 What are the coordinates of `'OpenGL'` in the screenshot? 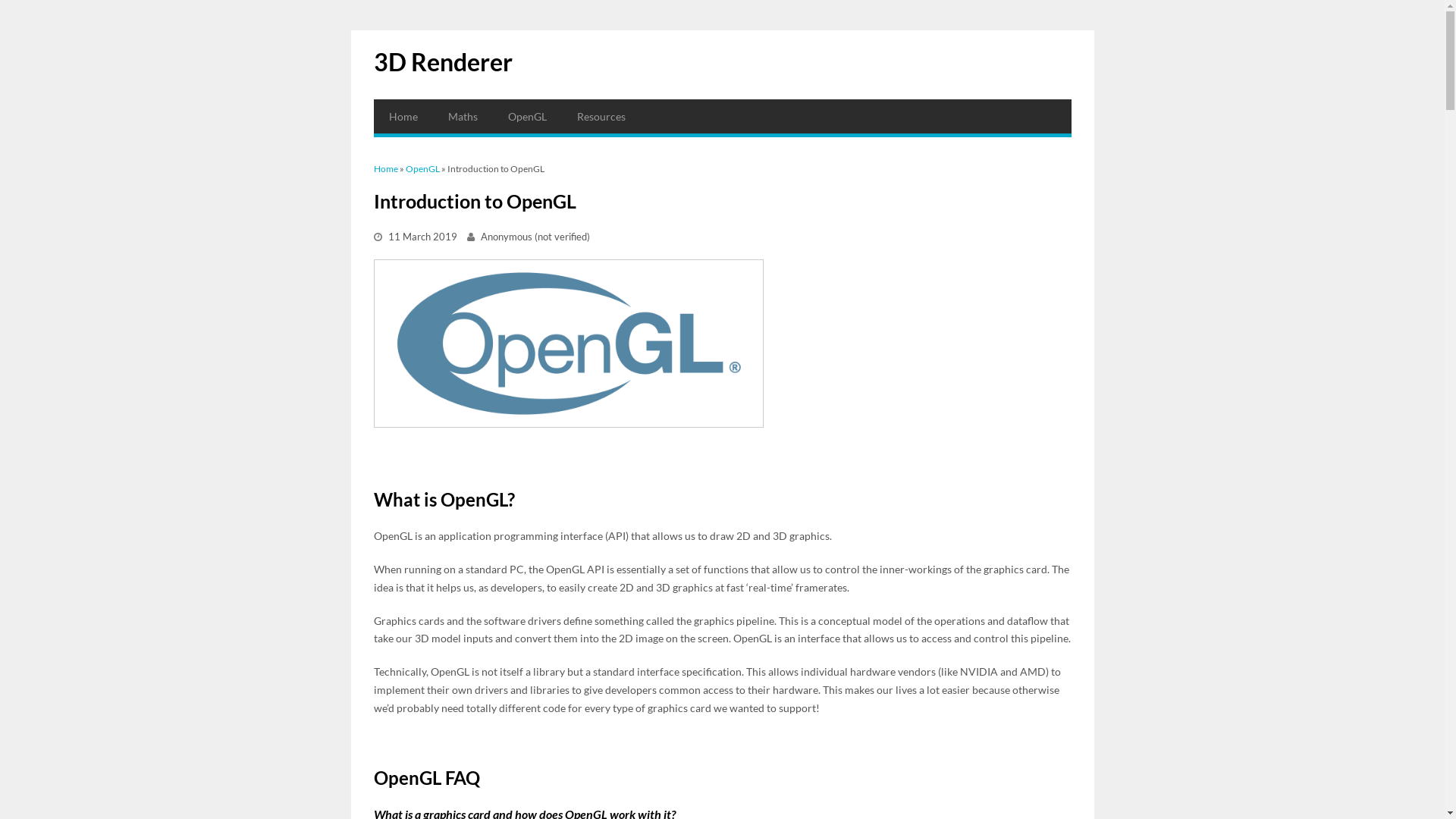 It's located at (492, 115).